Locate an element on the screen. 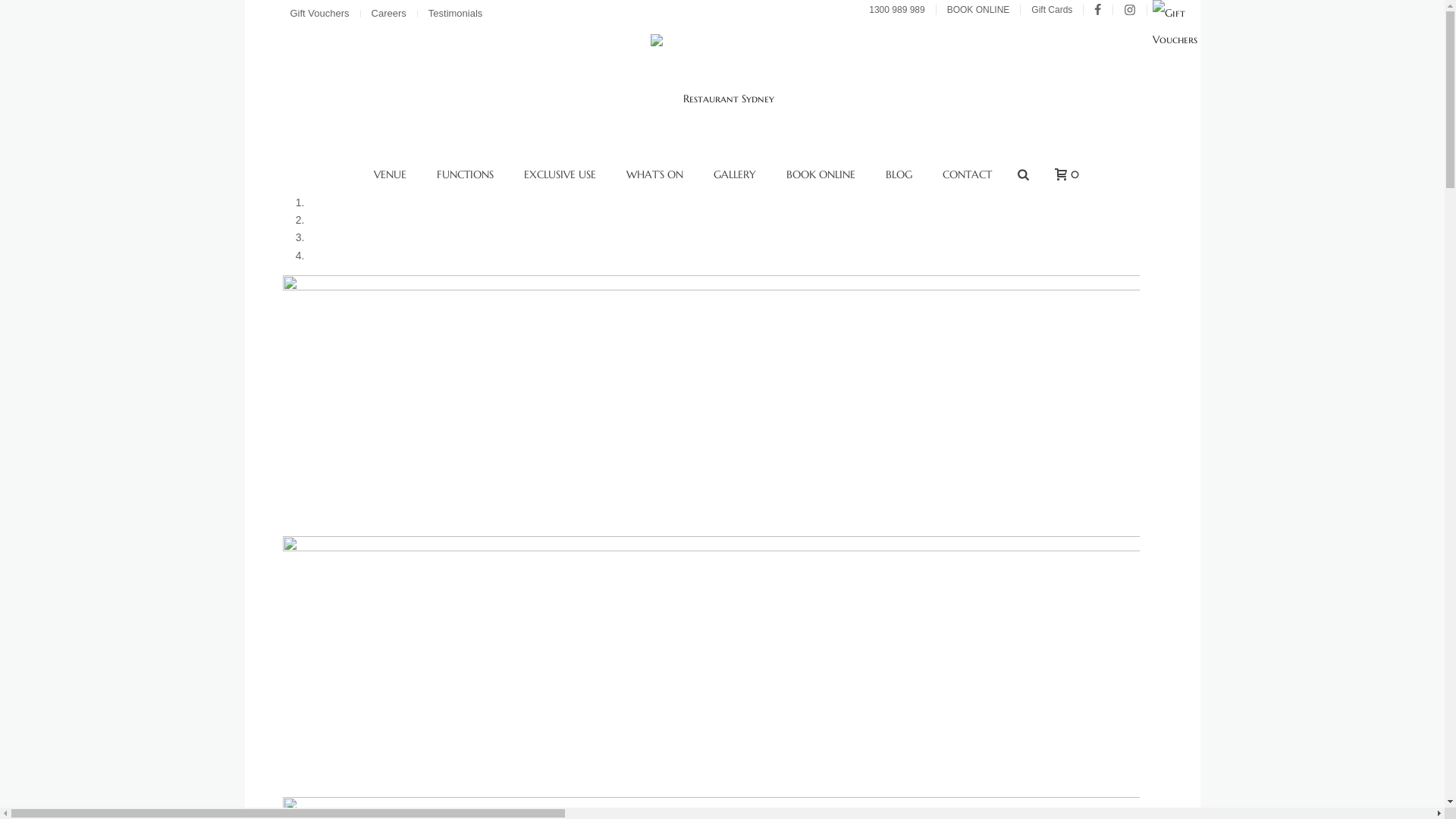 Image resolution: width=1456 pixels, height=819 pixels. 'FUNCTIONS' is located at coordinates (464, 174).